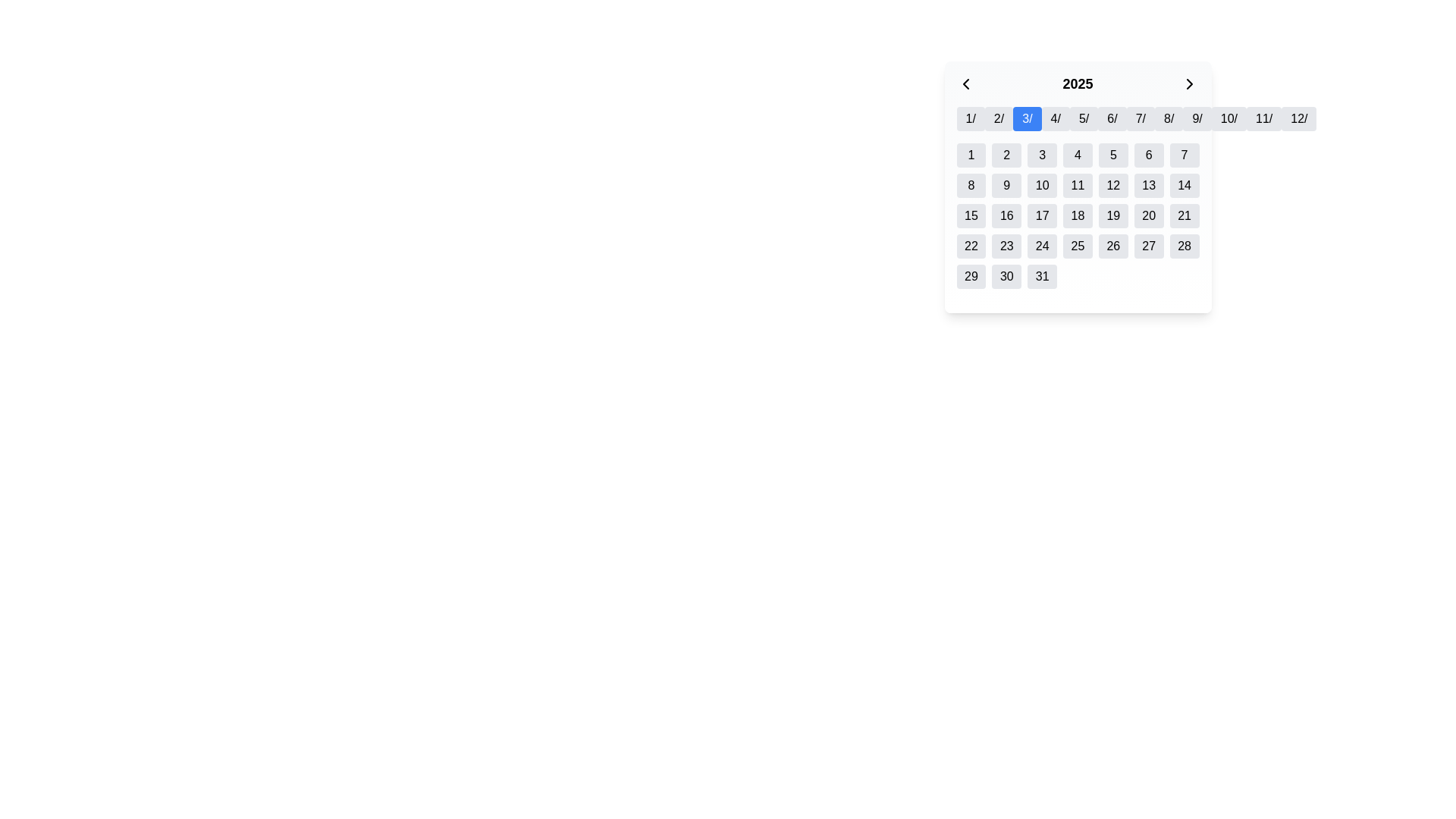  Describe the element at coordinates (1189, 84) in the screenshot. I see `the right-pointing chevron navigation icon located in the top right of the calendar interface` at that location.